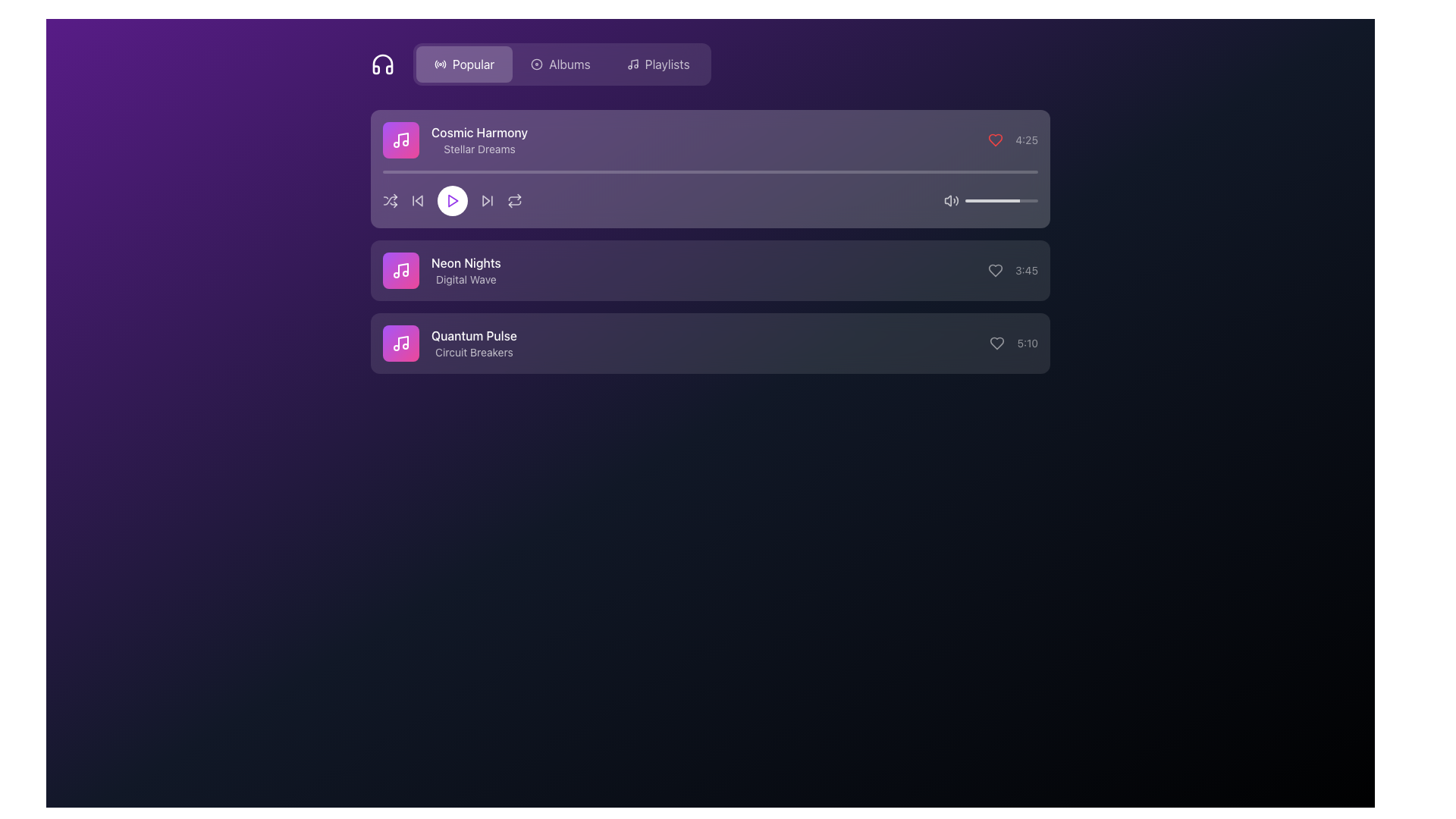 This screenshot has height=819, width=1456. What do you see at coordinates (439, 63) in the screenshot?
I see `the Decorative Indicator Icon that indicates the active status of the 'Popular' menu item, which is positioned to the left of the 'Popular' label` at bounding box center [439, 63].